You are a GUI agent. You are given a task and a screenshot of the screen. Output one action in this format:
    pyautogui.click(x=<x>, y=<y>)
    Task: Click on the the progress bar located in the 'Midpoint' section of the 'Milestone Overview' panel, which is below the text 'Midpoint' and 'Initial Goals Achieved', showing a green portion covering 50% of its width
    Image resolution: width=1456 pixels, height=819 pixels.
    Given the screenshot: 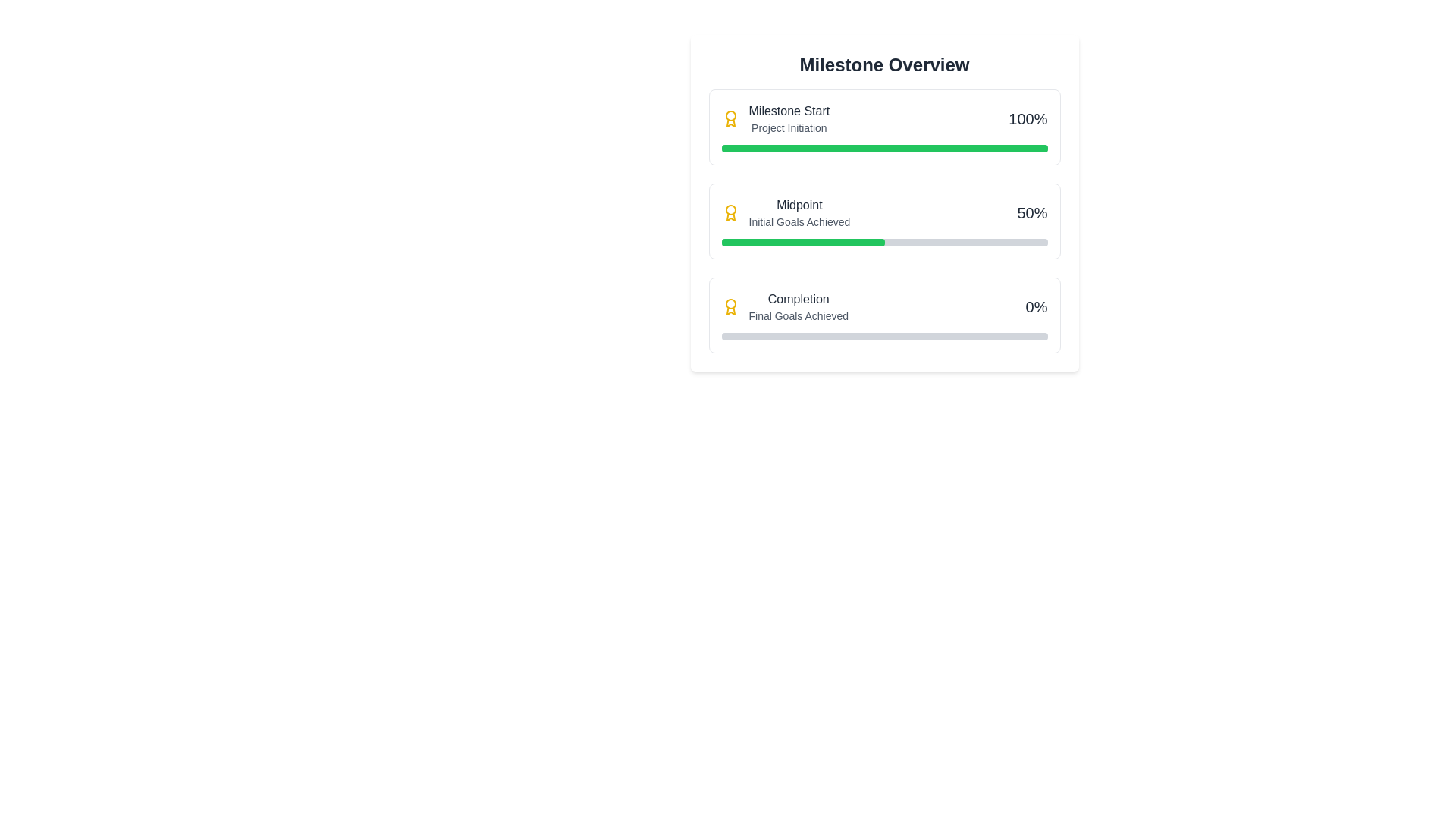 What is the action you would take?
    pyautogui.click(x=884, y=242)
    